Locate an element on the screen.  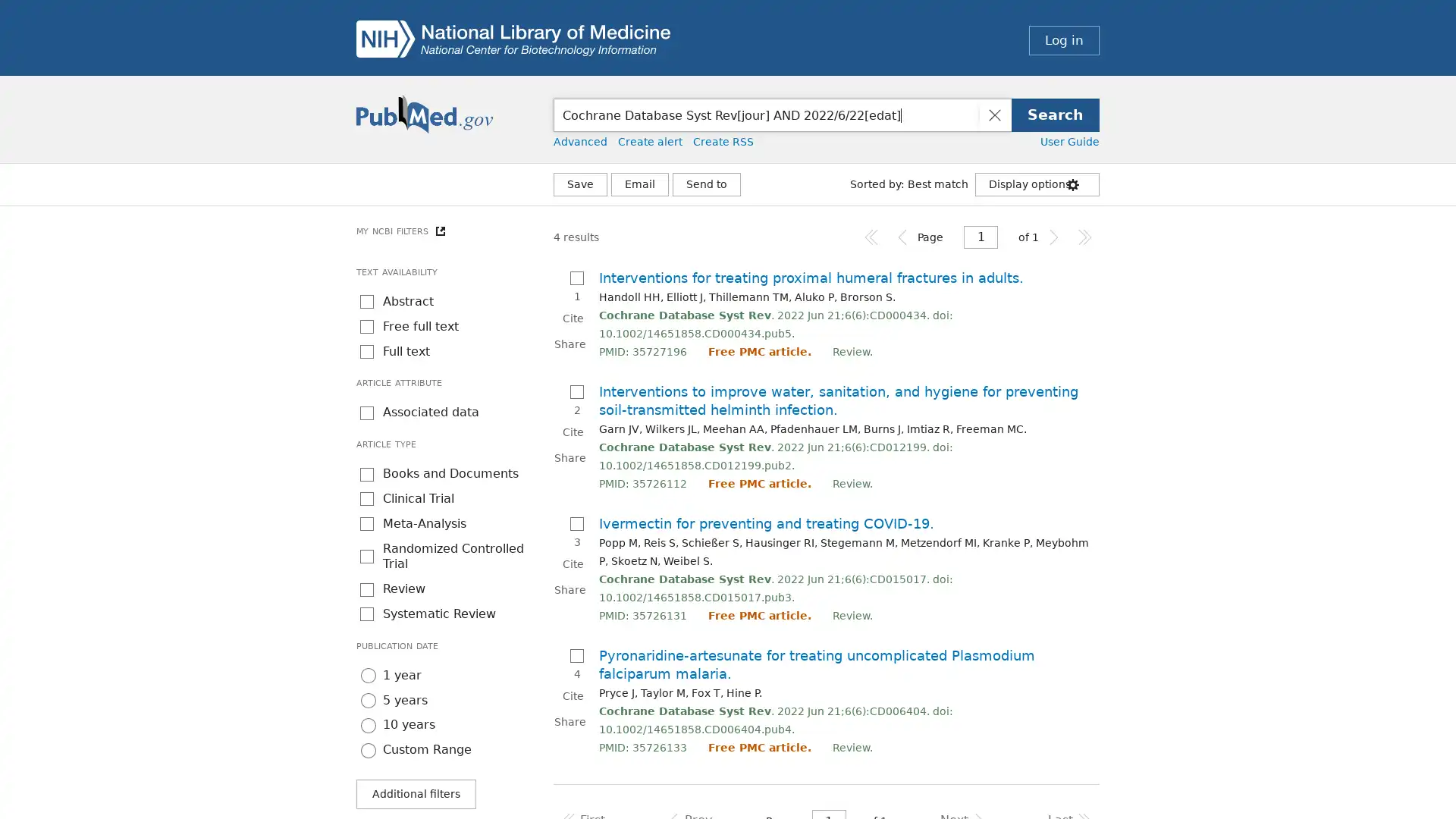
Navigates to the next page of results. is located at coordinates (1053, 237).